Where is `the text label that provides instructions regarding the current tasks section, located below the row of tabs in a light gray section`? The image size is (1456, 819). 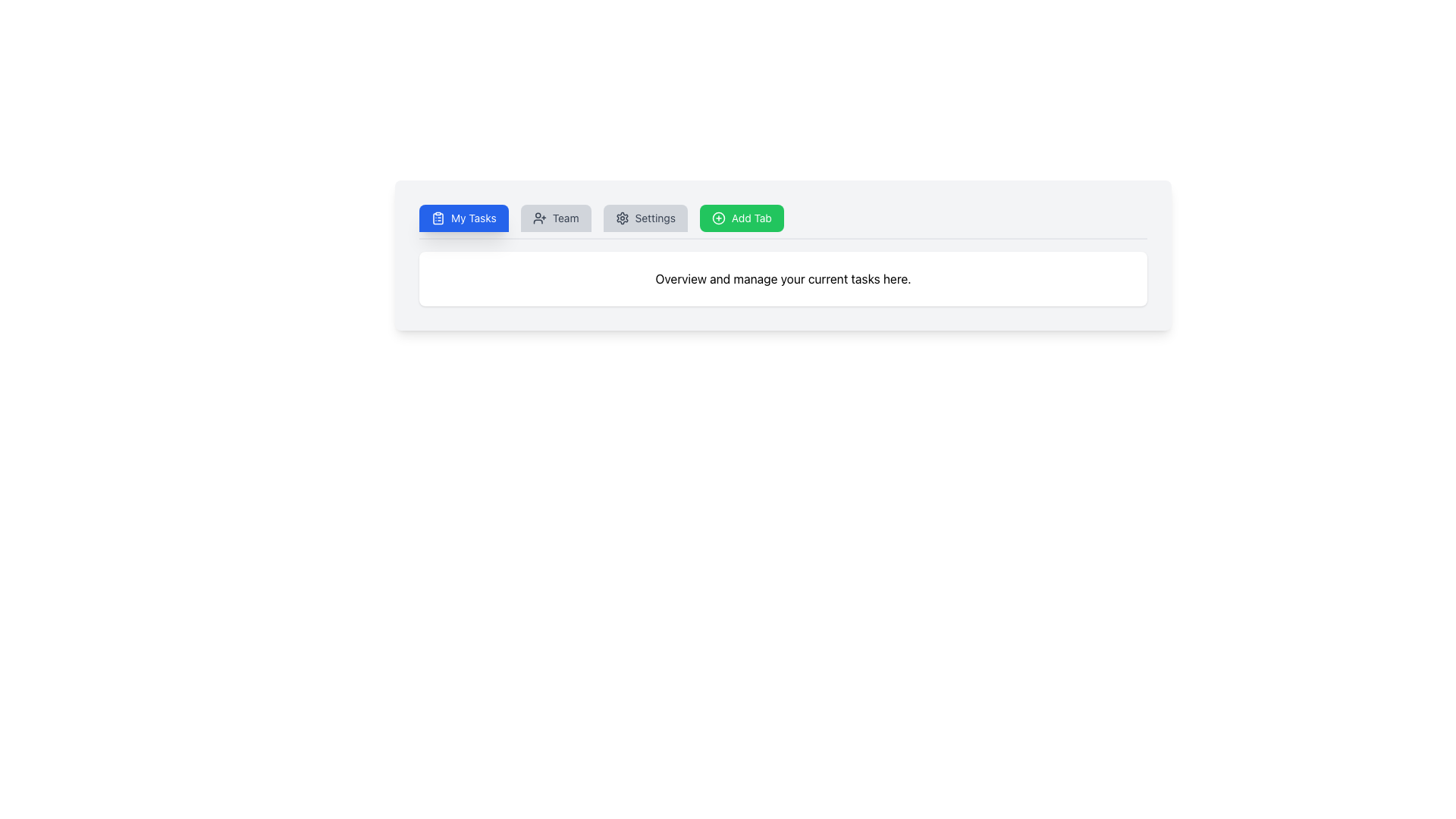
the text label that provides instructions regarding the current tasks section, located below the row of tabs in a light gray section is located at coordinates (783, 278).